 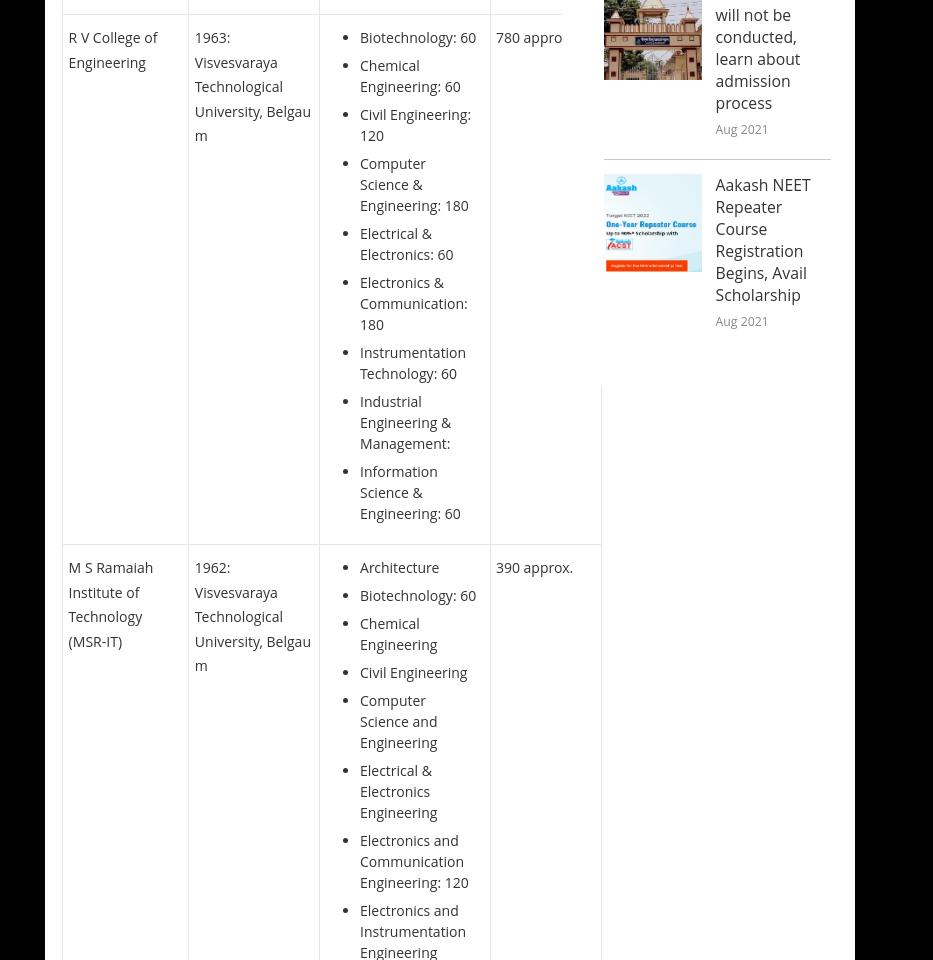 I want to click on 'Electrical & Electronics: 60', so click(x=406, y=243).